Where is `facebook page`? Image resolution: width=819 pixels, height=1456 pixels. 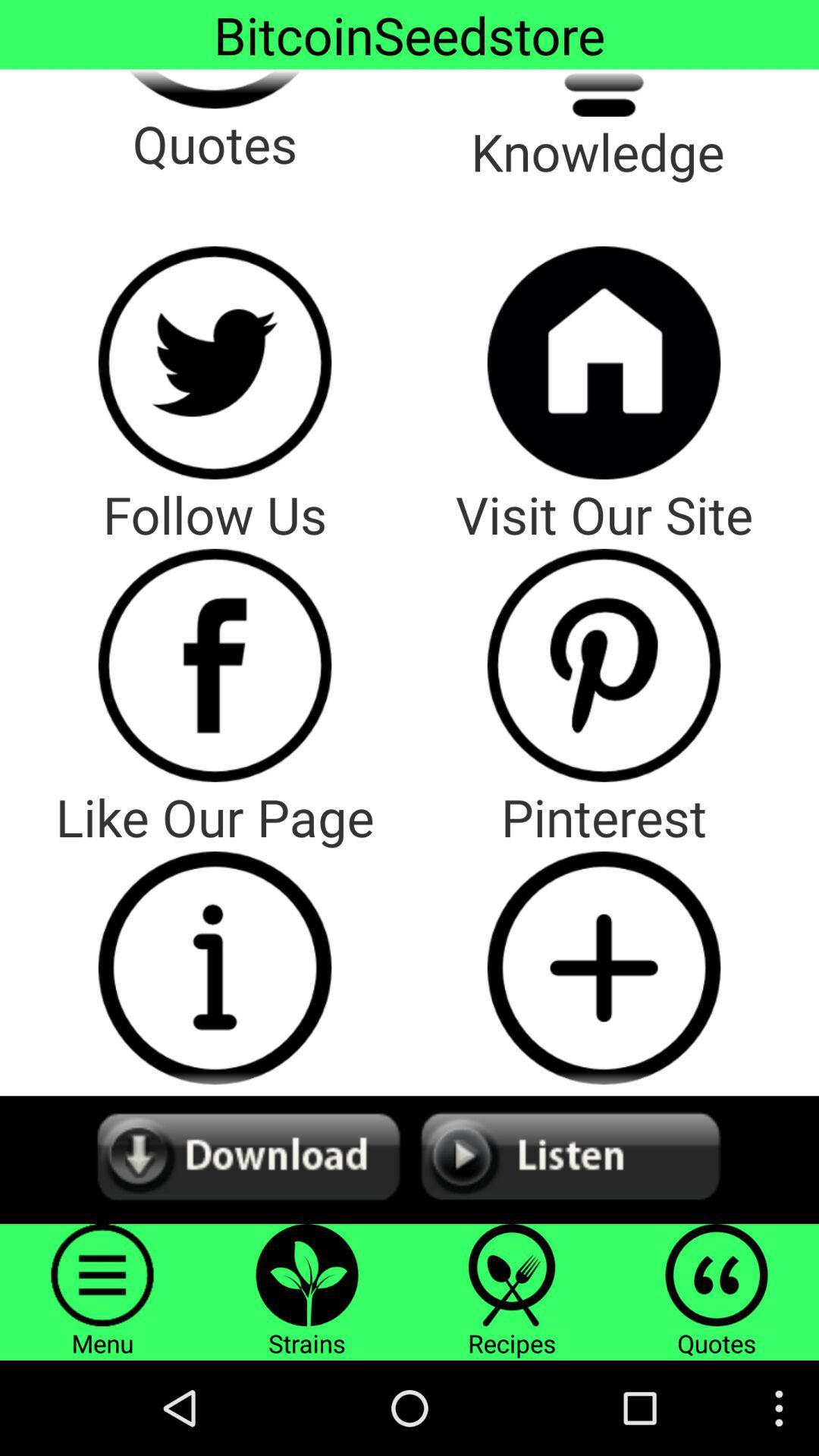 facebook page is located at coordinates (215, 665).